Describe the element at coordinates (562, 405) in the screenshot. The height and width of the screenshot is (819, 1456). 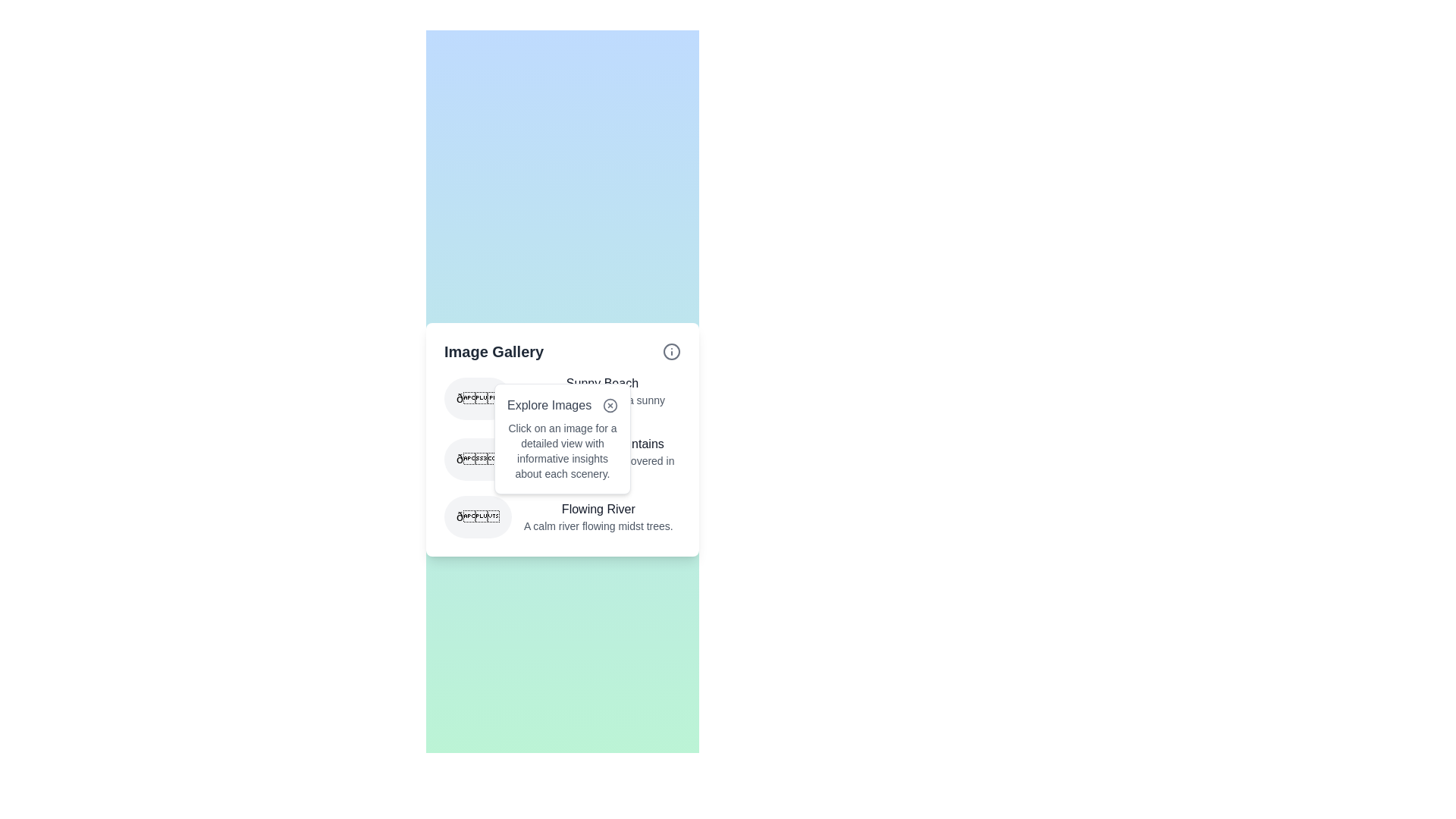
I see `title text 'Explore Images' located in the popup panel, which is the first visual component inside the panel and positioned above explanatory text` at that location.